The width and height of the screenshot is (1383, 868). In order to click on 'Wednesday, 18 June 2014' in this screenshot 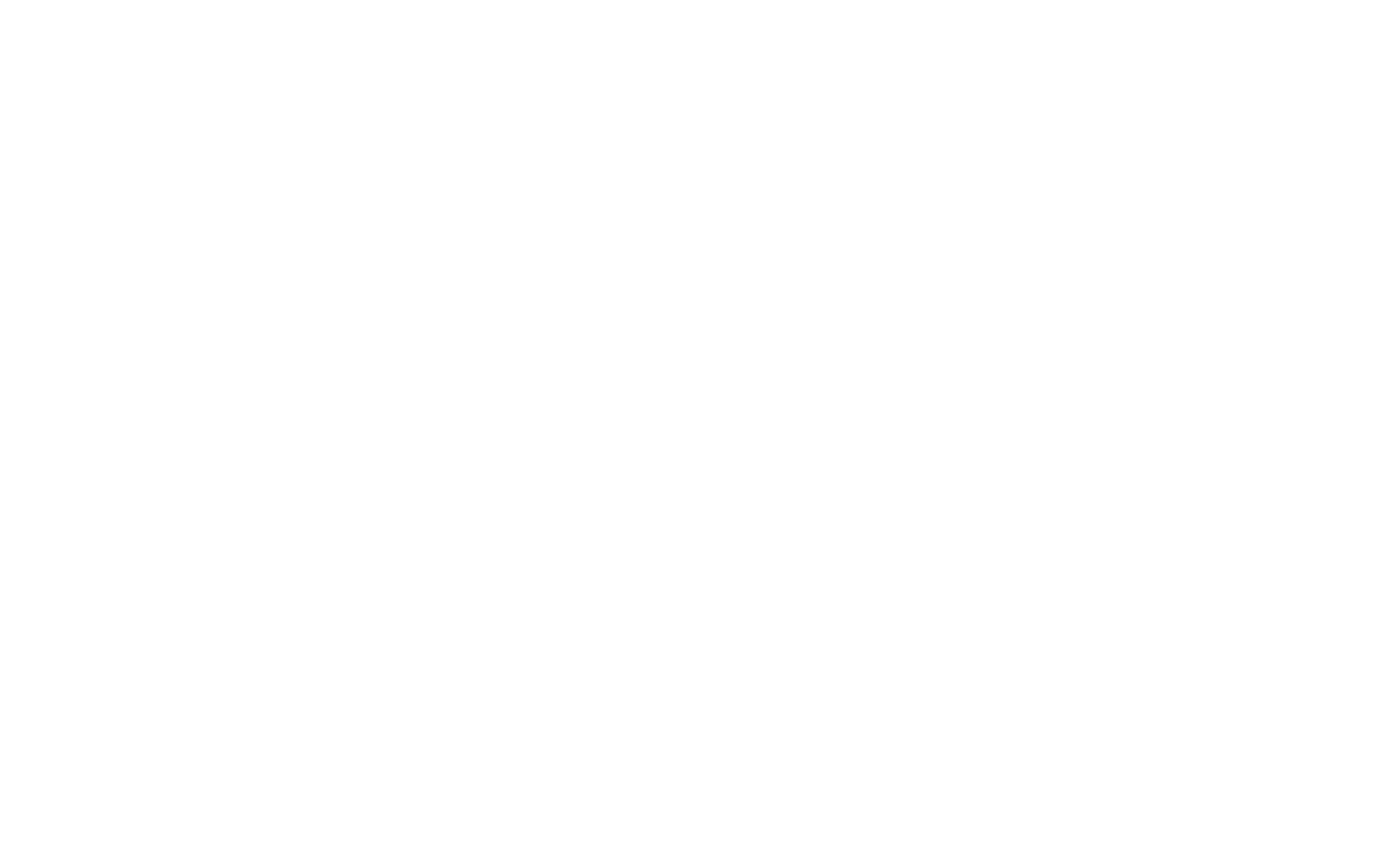, I will do `click(249, 157)`.